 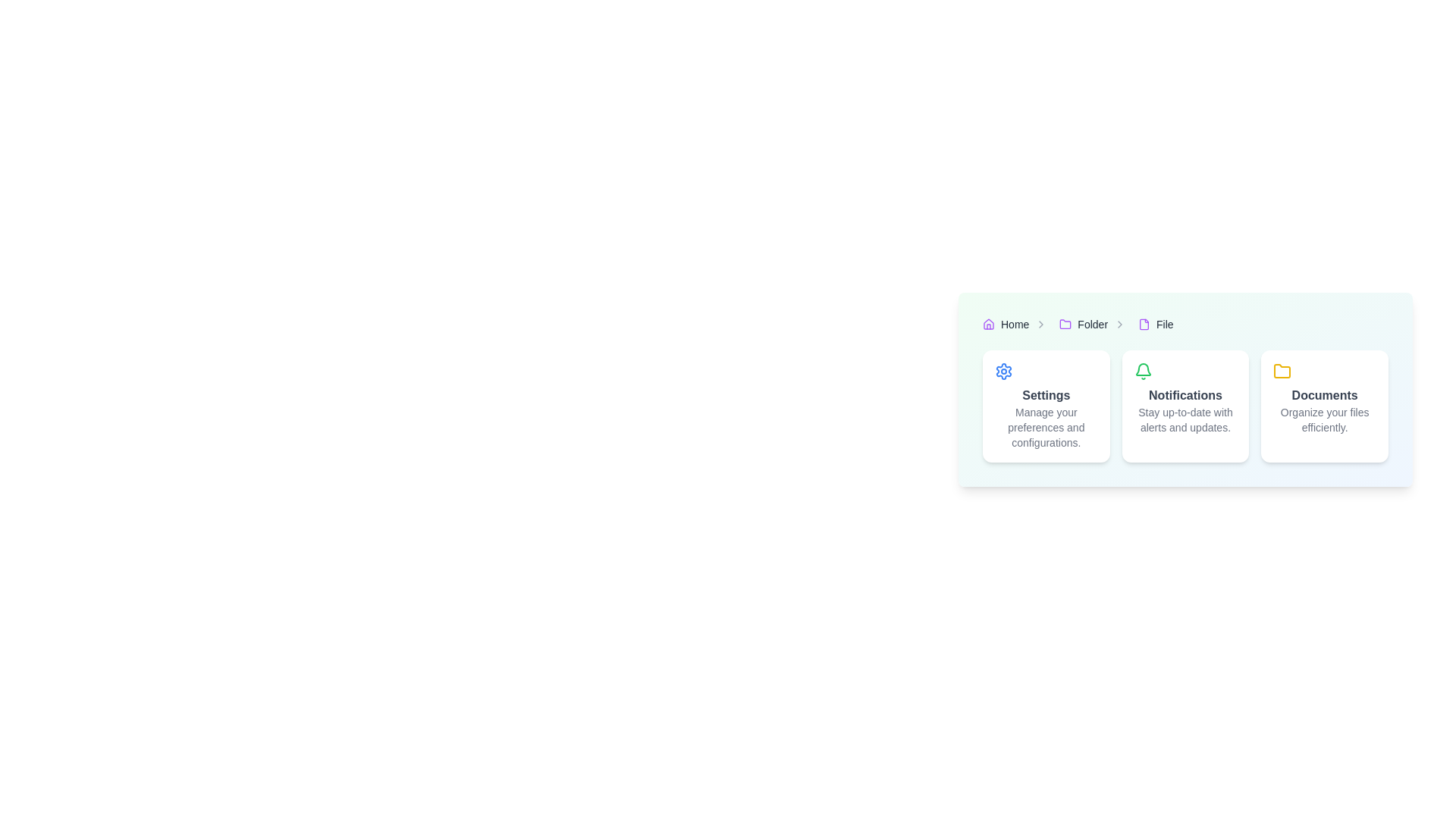 I want to click on the folder icon in the breadcrumb navigation bar, located between the 'Home' and 'File' labels, so click(x=1065, y=323).